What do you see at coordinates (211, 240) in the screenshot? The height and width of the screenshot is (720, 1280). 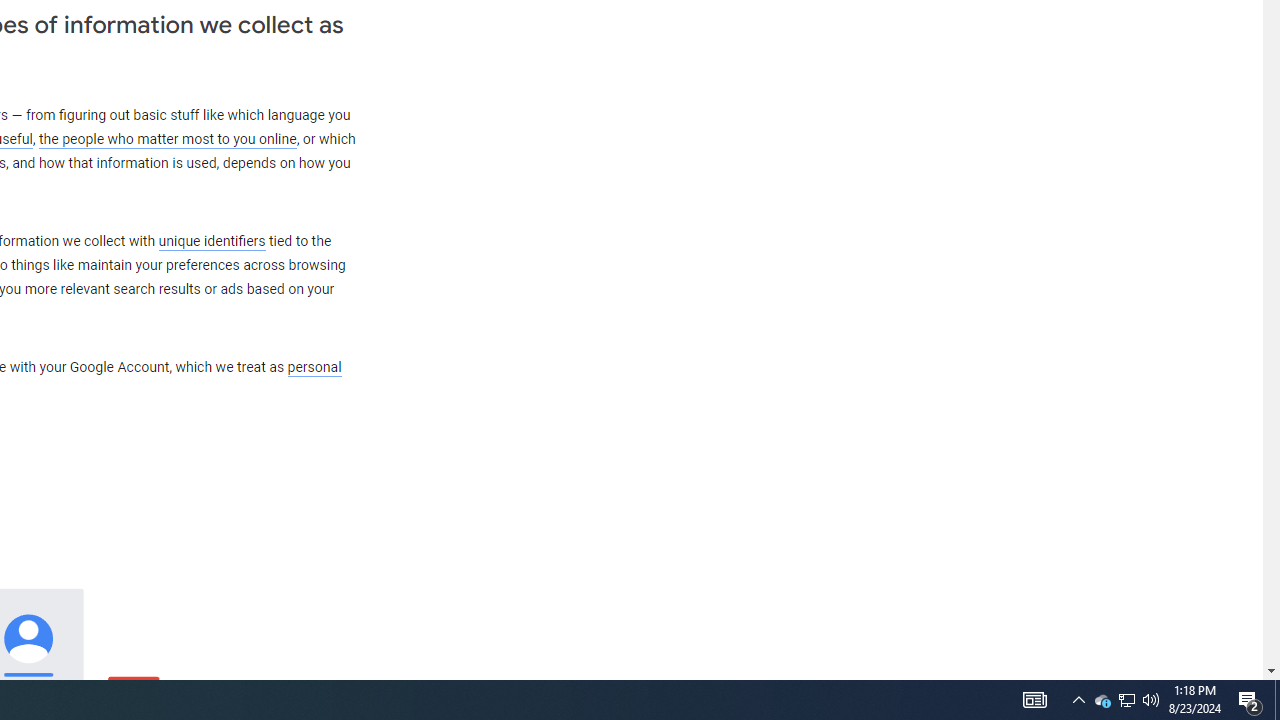 I see `'unique identifiers'` at bounding box center [211, 240].